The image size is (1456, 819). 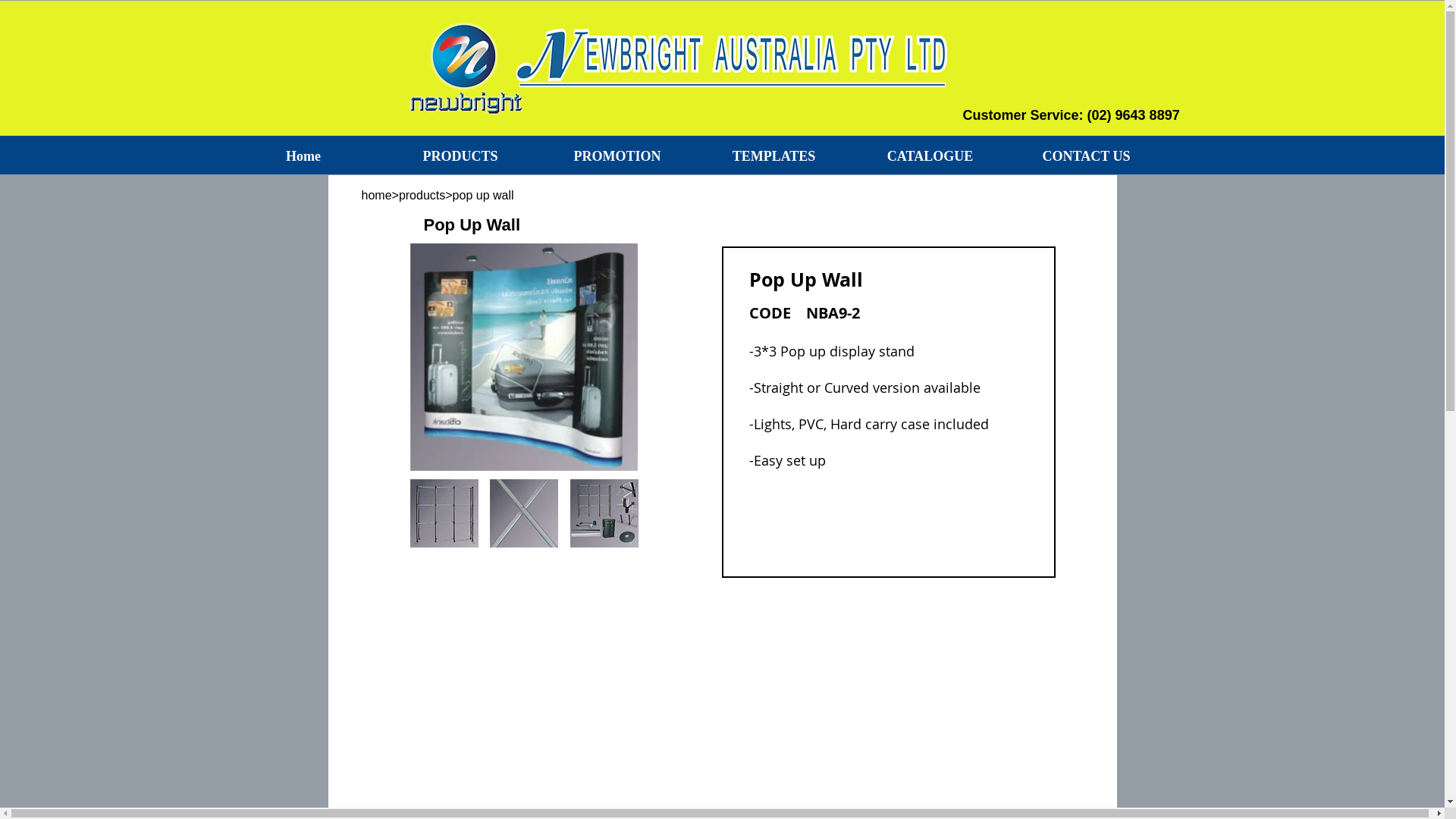 I want to click on 'CATALOGUE', so click(x=930, y=155).